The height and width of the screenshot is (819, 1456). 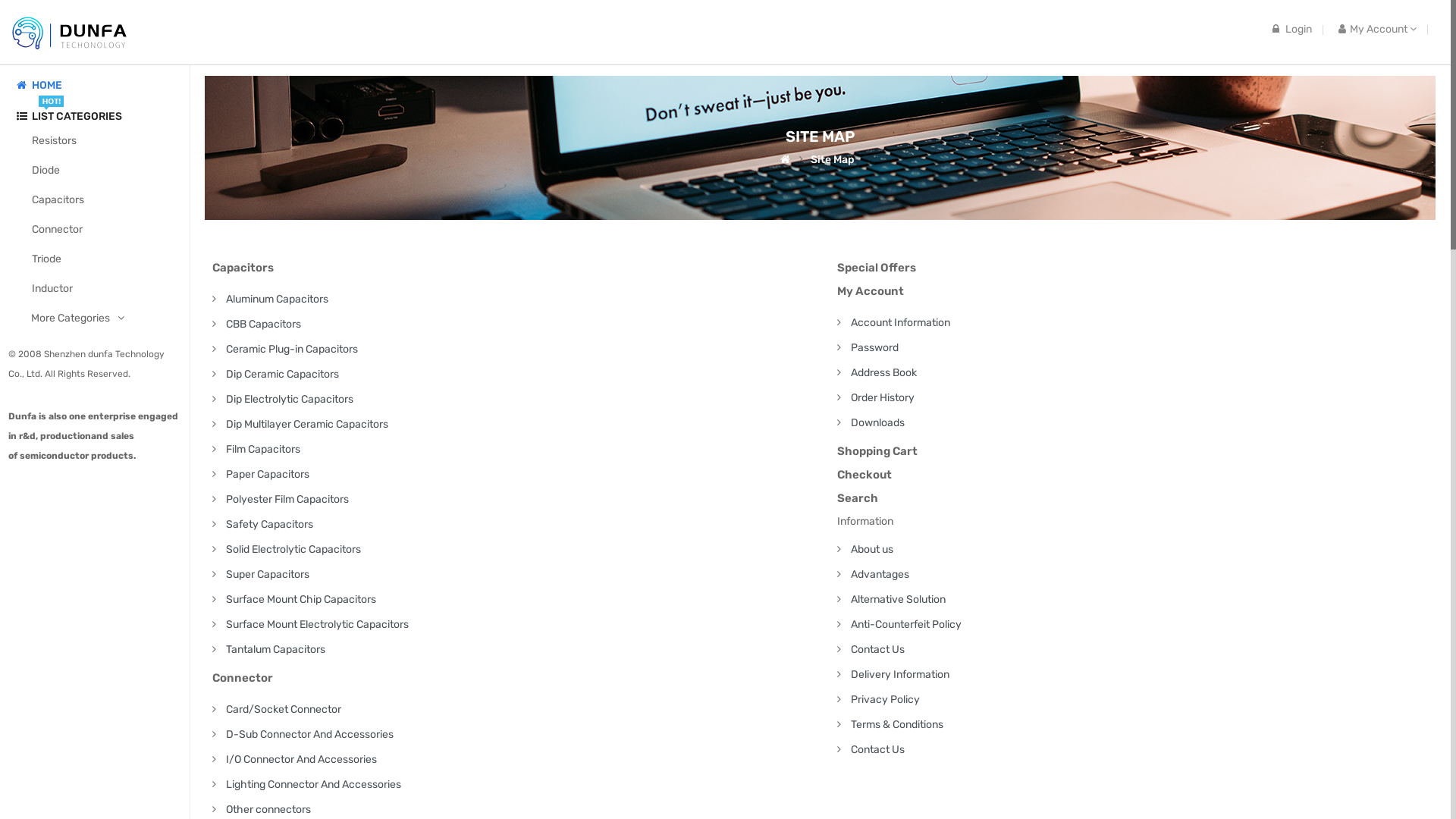 I want to click on 'Advantages', so click(x=880, y=574).